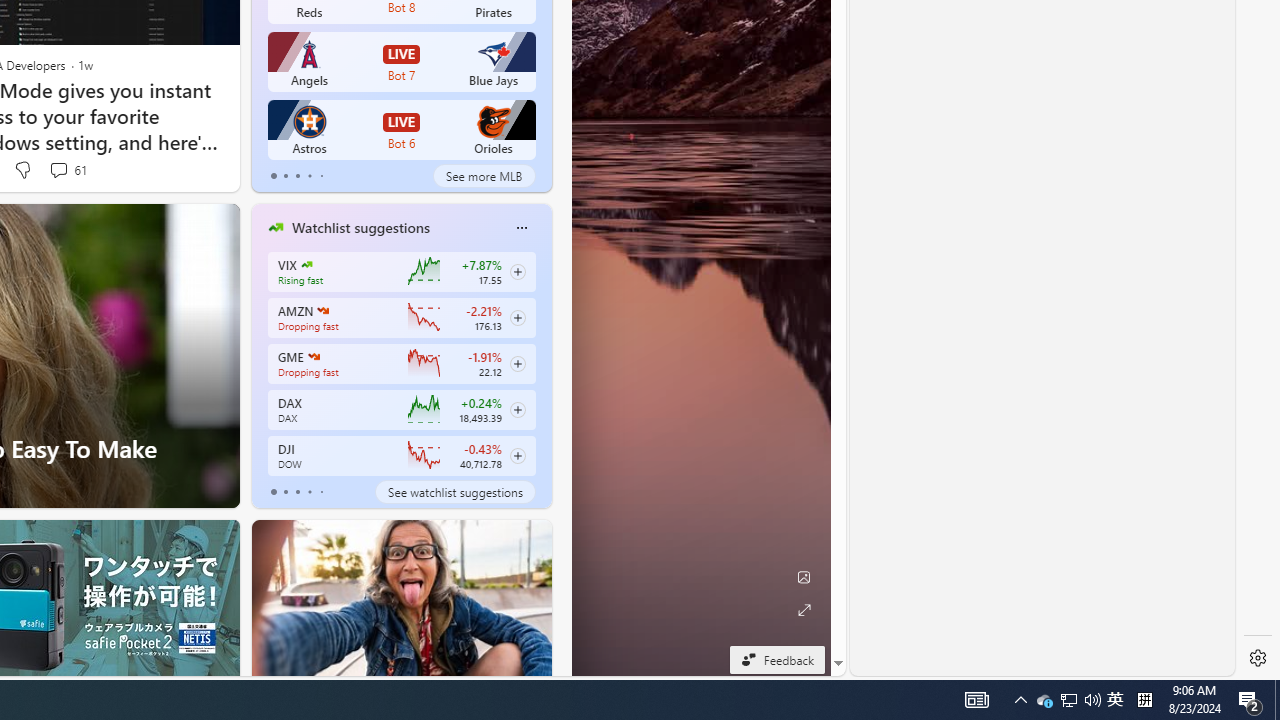 The height and width of the screenshot is (720, 1280). What do you see at coordinates (484, 175) in the screenshot?
I see `'See more MLB'` at bounding box center [484, 175].